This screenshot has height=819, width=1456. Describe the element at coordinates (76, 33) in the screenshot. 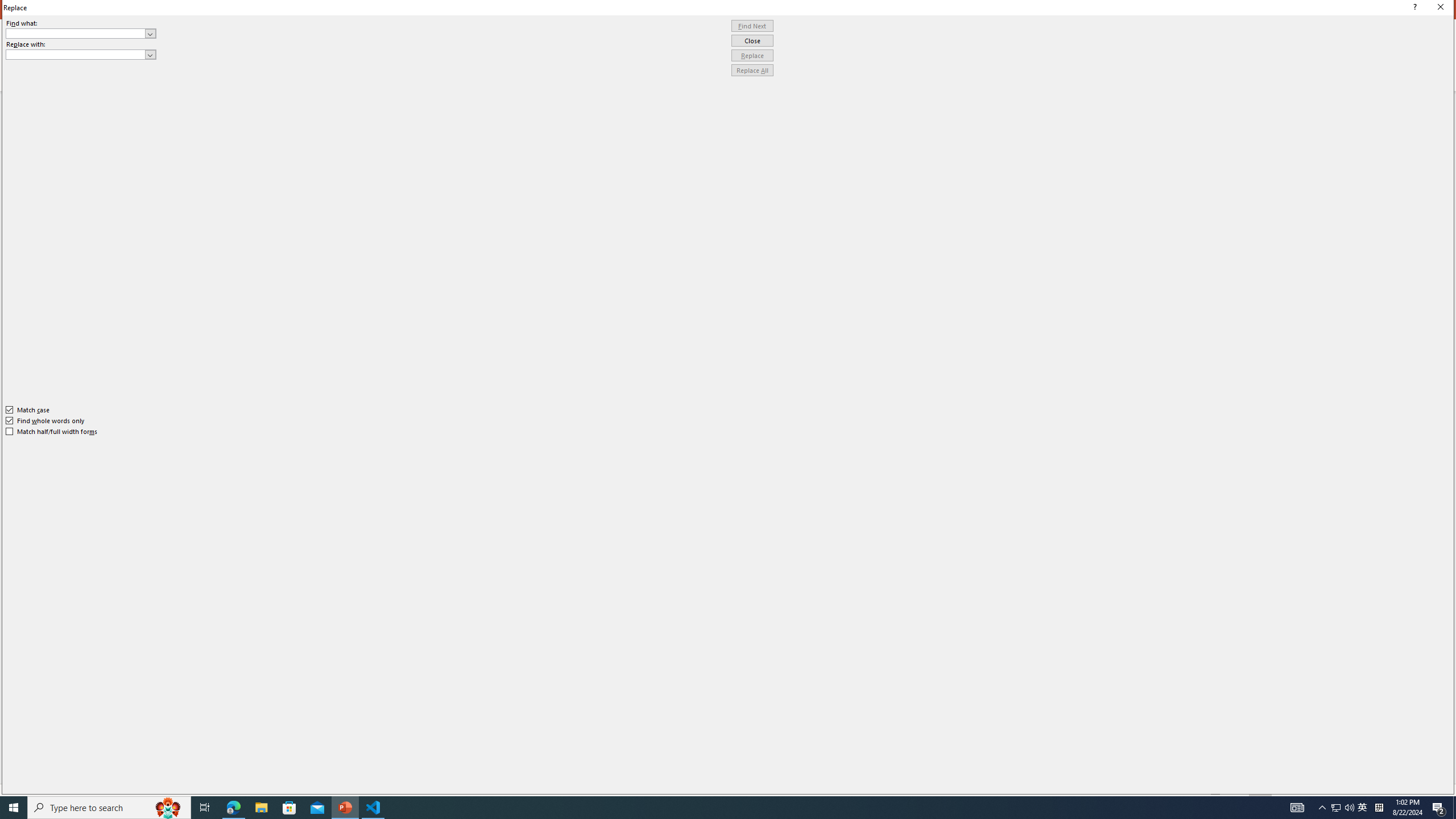

I see `'Find what'` at that location.